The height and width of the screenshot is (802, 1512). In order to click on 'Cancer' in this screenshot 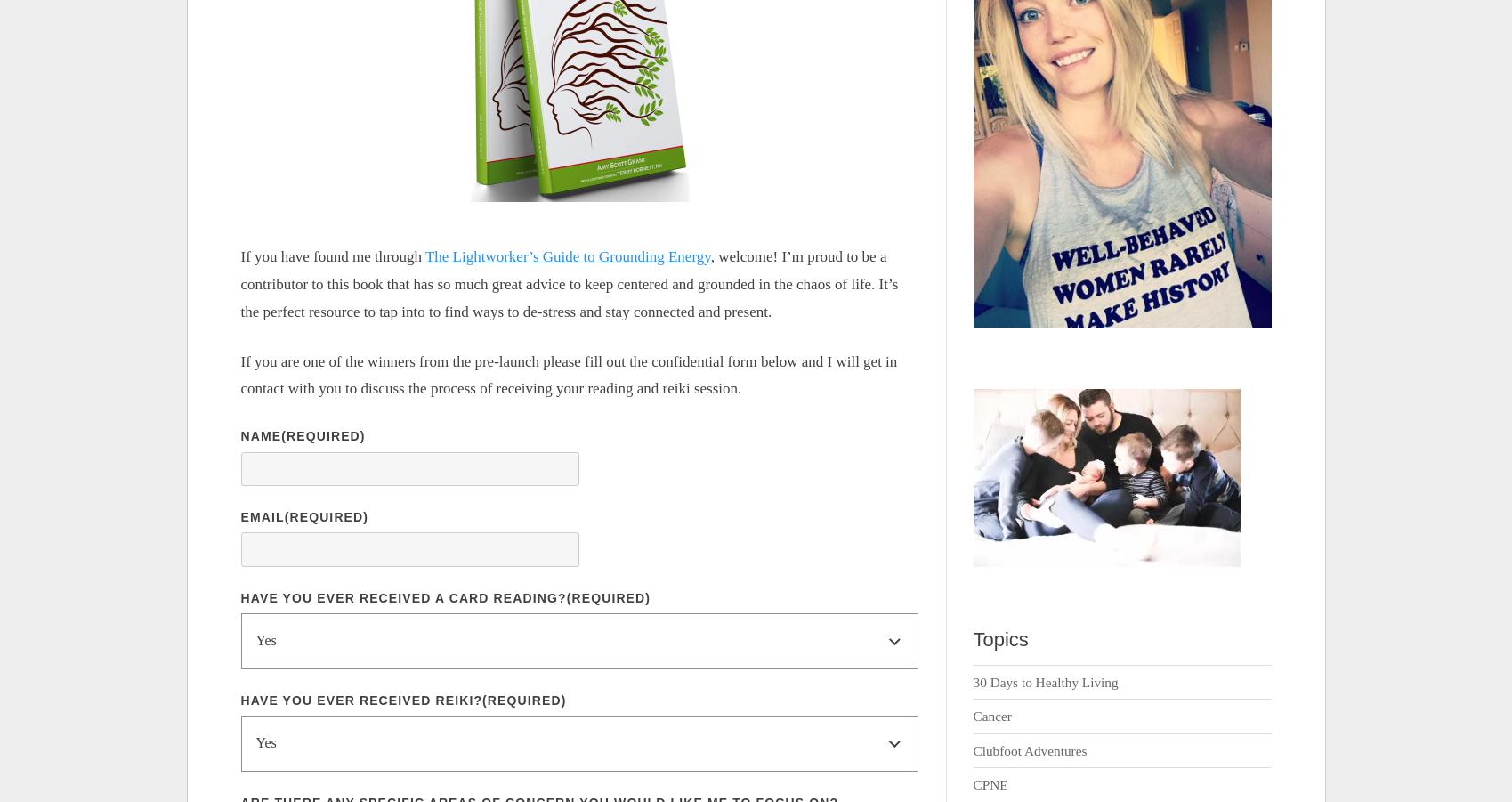, I will do `click(990, 715)`.